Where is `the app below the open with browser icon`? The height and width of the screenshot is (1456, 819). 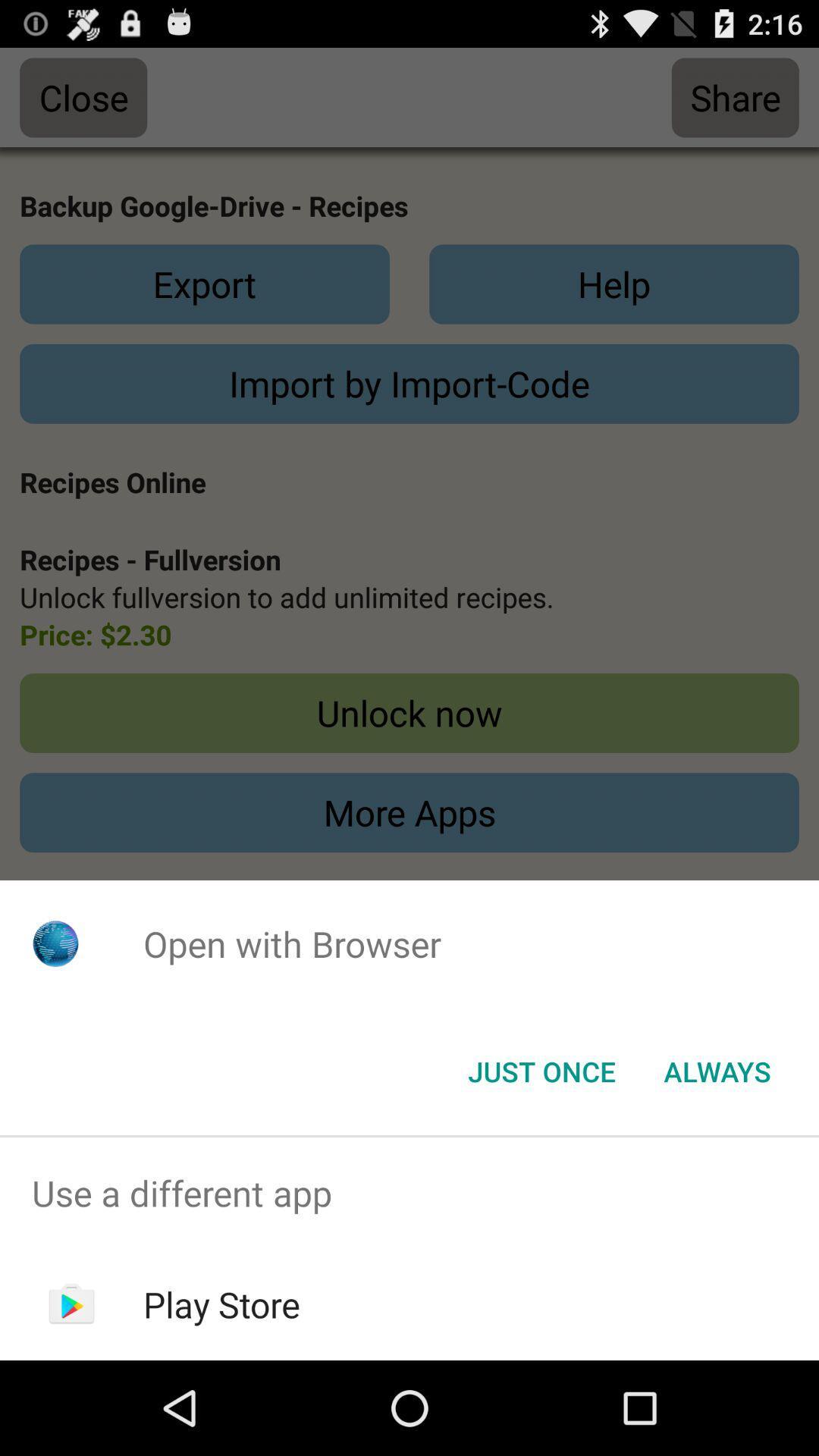 the app below the open with browser icon is located at coordinates (541, 1070).